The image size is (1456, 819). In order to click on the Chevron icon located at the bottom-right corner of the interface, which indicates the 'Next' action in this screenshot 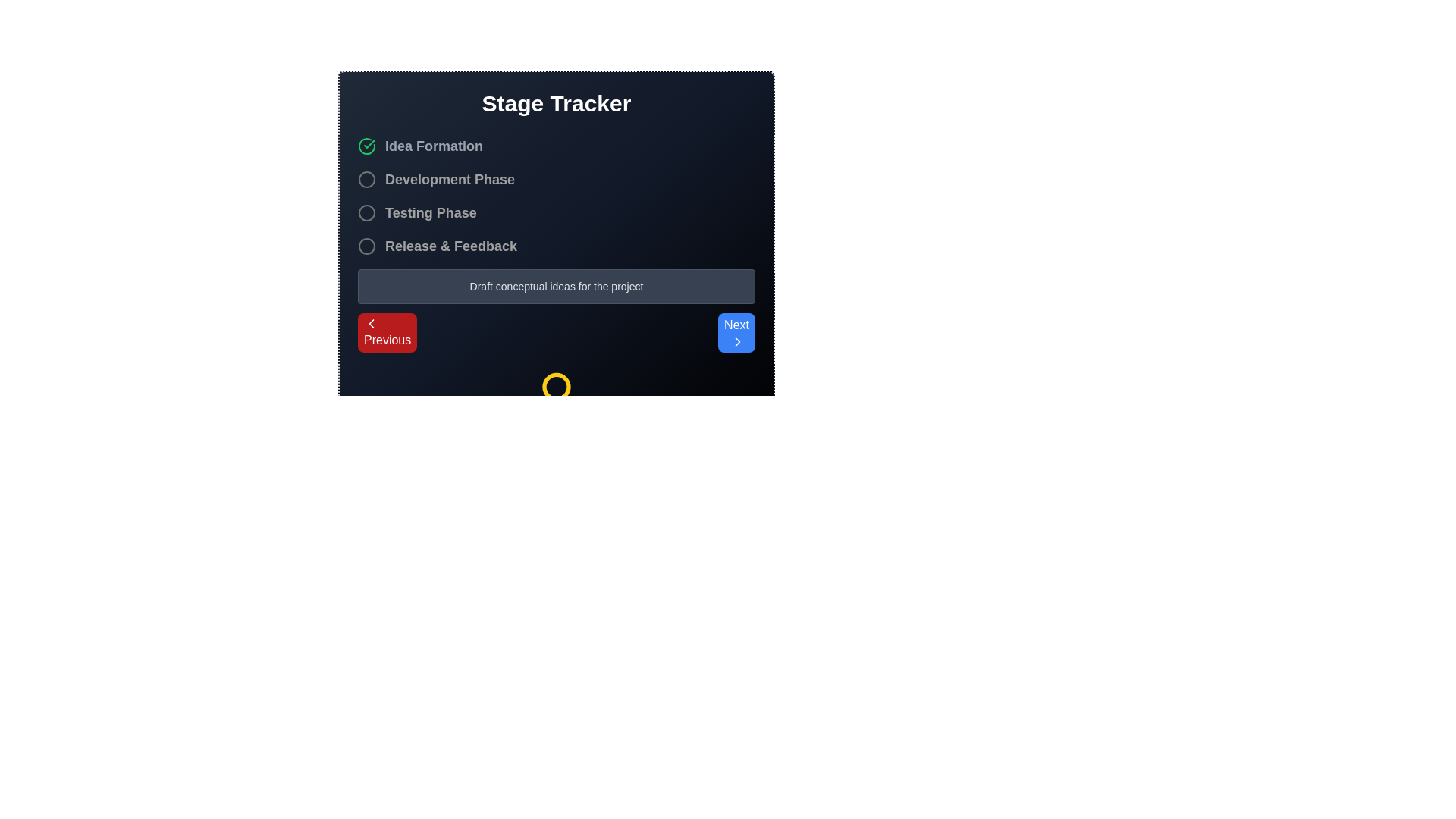, I will do `click(738, 342)`.